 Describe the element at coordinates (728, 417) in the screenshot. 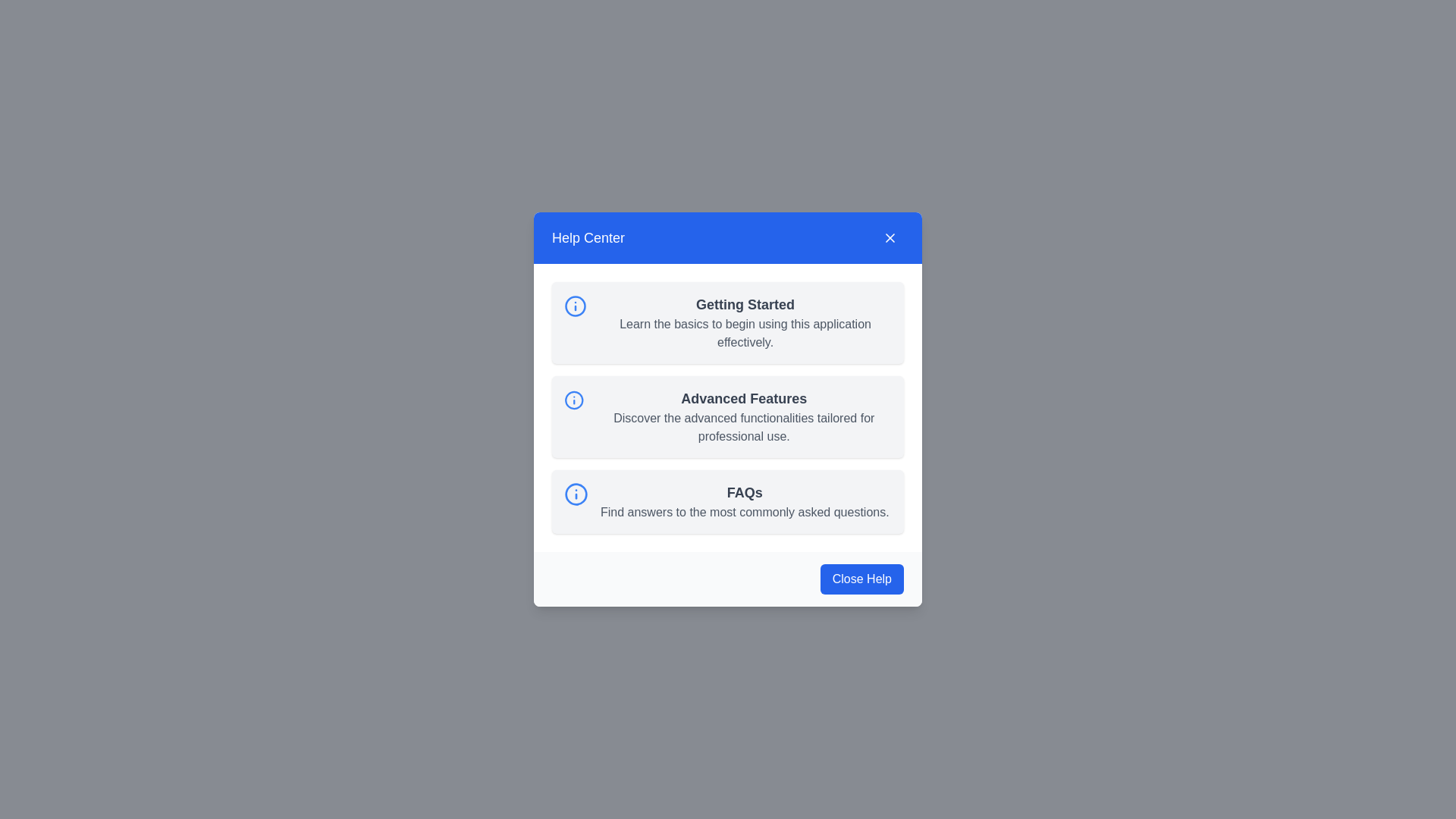

I see `the 'Advanced Features' Information Card, which is the second card in a vertical list within the Help Center modal, featuring a light gray background and a blue info icon` at that location.